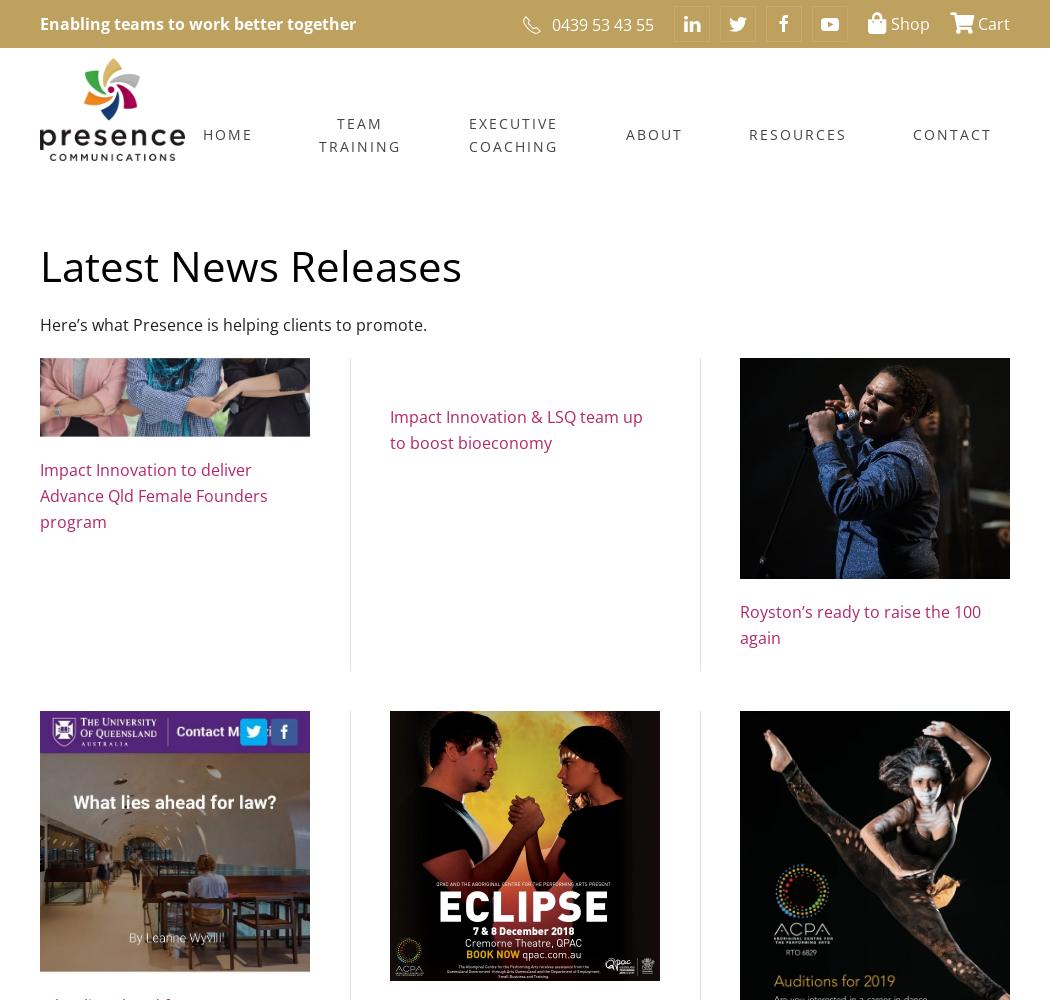 Image resolution: width=1050 pixels, height=1000 pixels. Describe the element at coordinates (154, 494) in the screenshot. I see `'Impact Innovation to deliver Advance Qld Female Founders program'` at that location.